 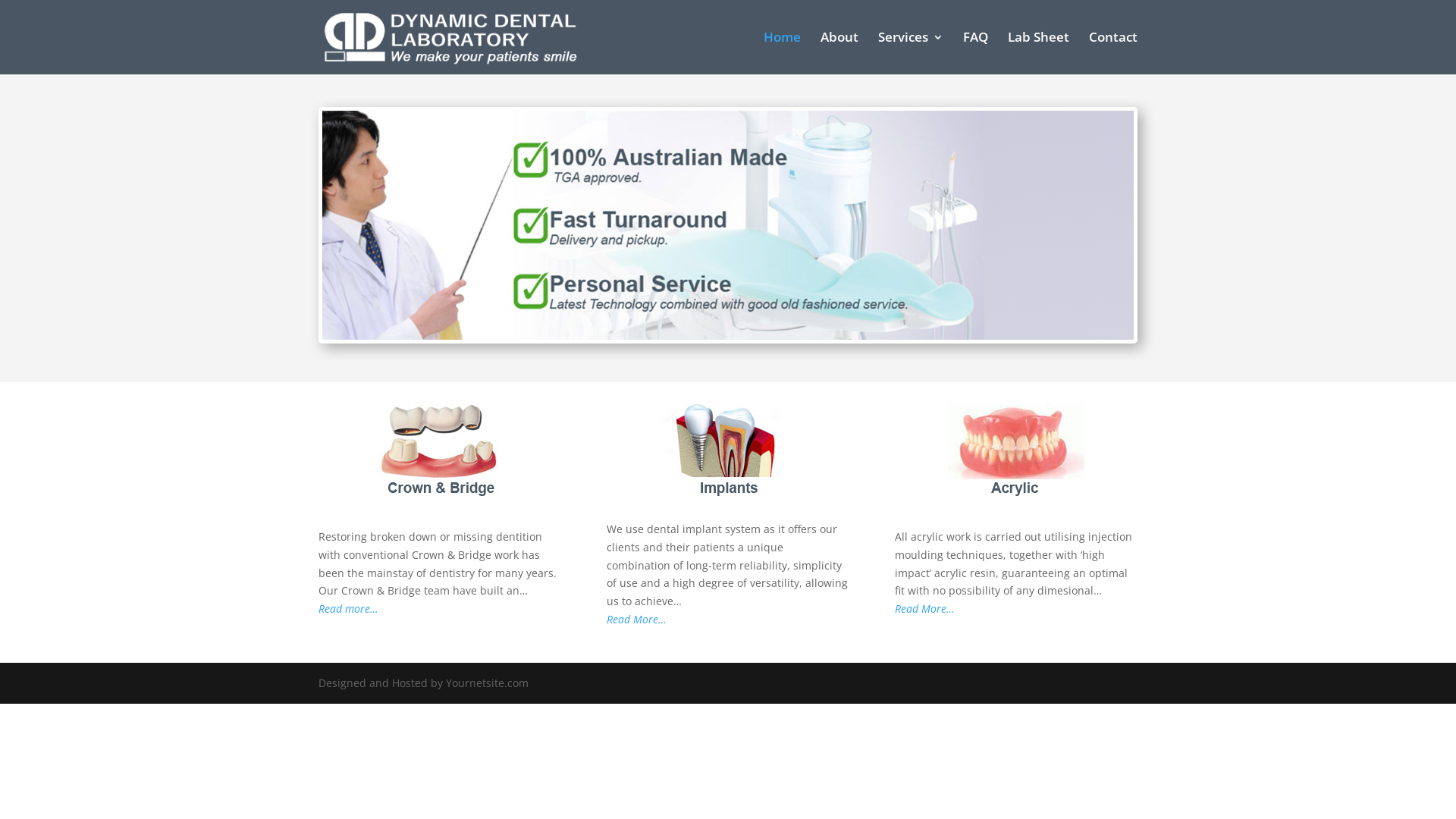 What do you see at coordinates (1037, 52) in the screenshot?
I see `'Lab Sheet'` at bounding box center [1037, 52].